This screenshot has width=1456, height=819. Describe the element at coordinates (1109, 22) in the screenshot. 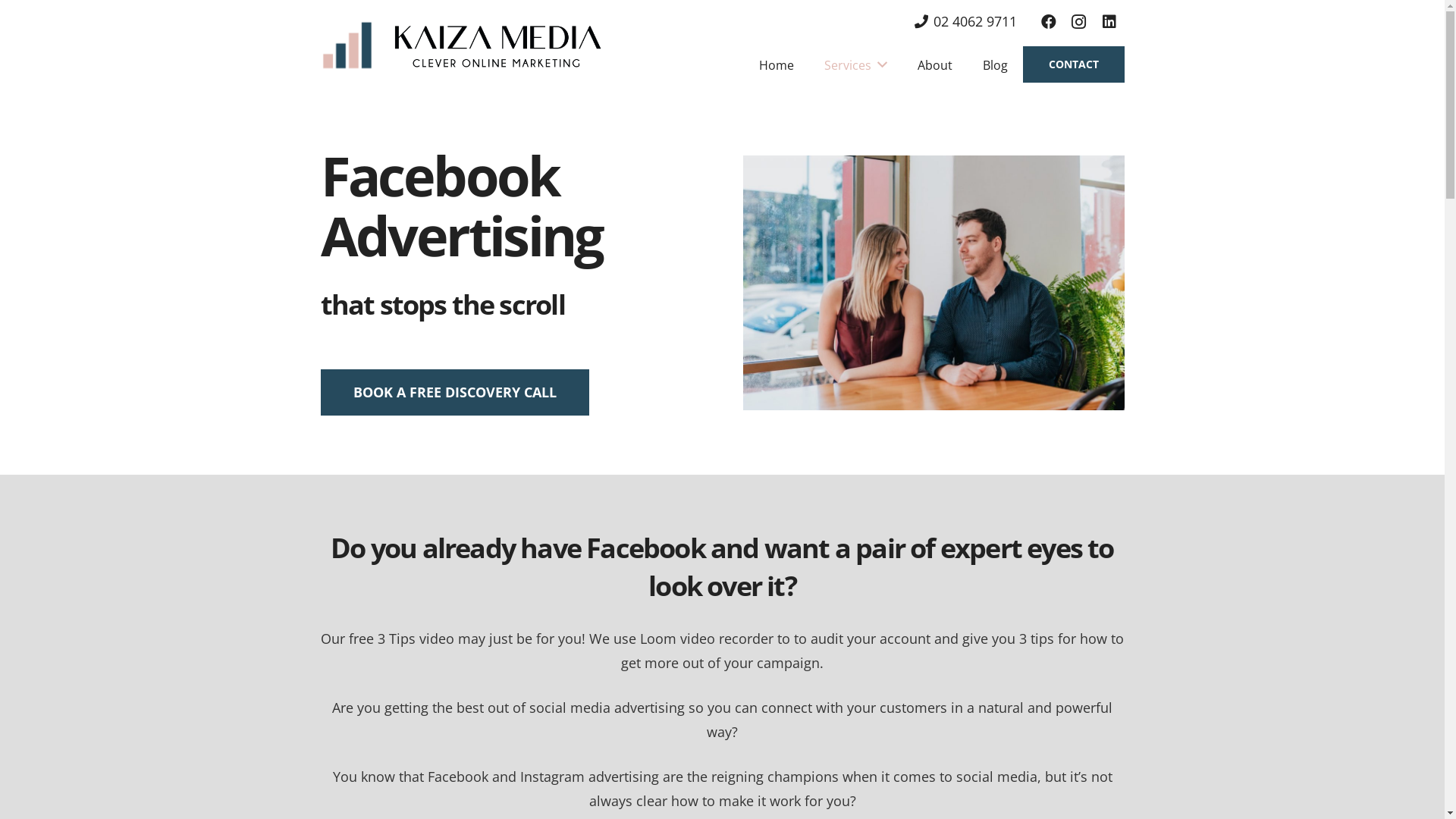

I see `'LinkedIn'` at that location.